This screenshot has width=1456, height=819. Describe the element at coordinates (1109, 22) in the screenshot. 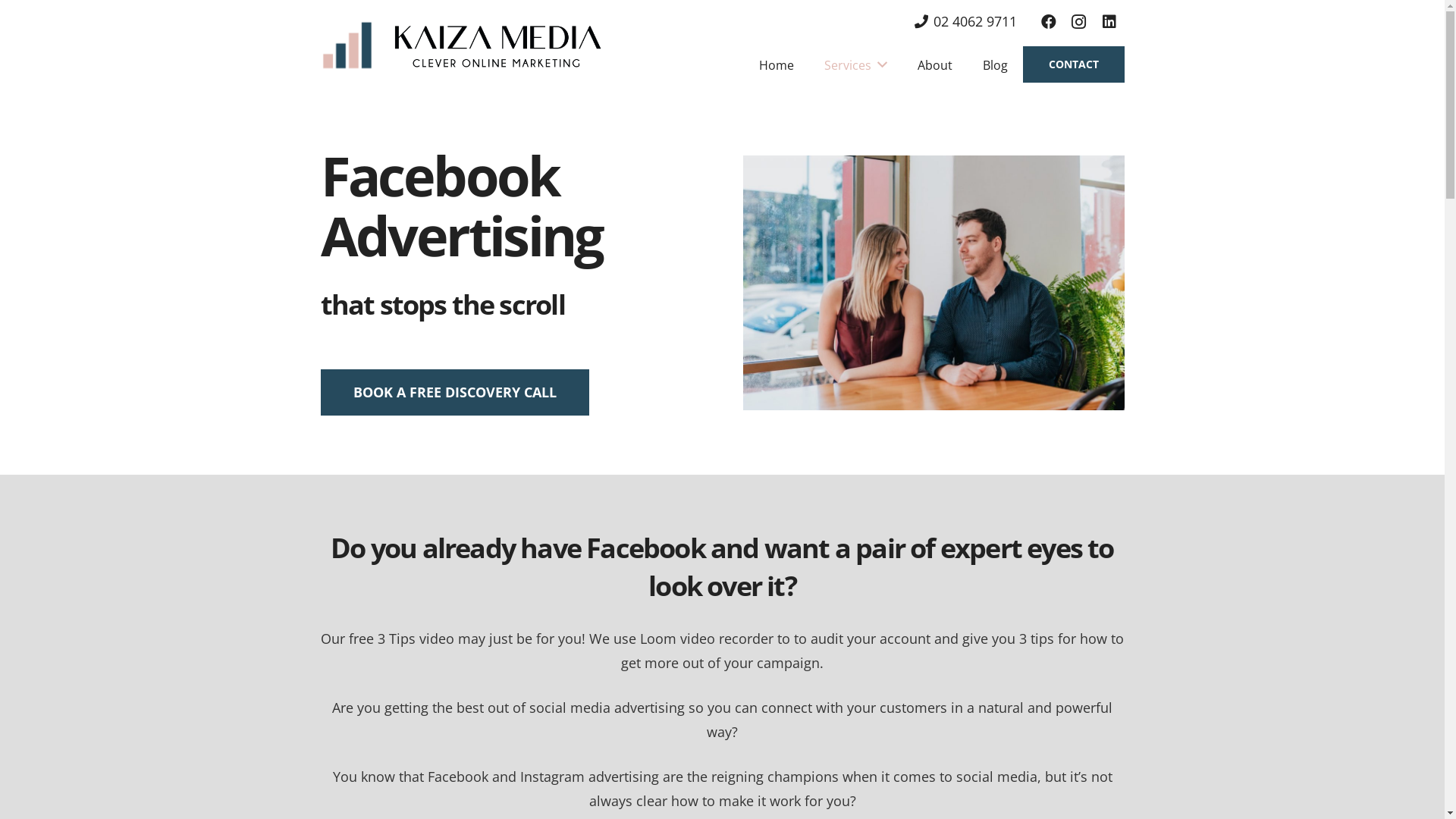

I see `'LinkedIn'` at that location.